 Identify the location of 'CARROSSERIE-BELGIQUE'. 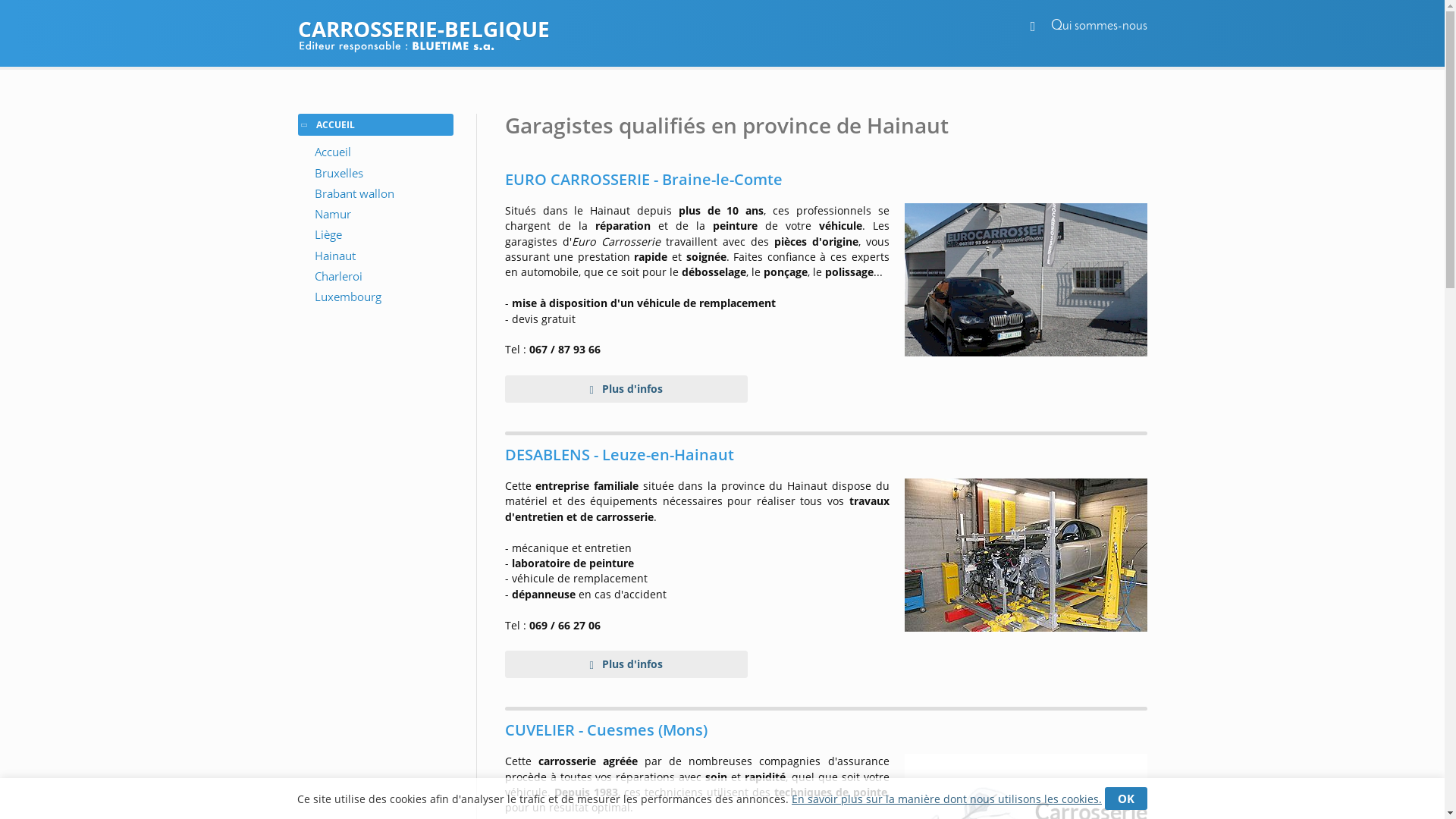
(720, 29).